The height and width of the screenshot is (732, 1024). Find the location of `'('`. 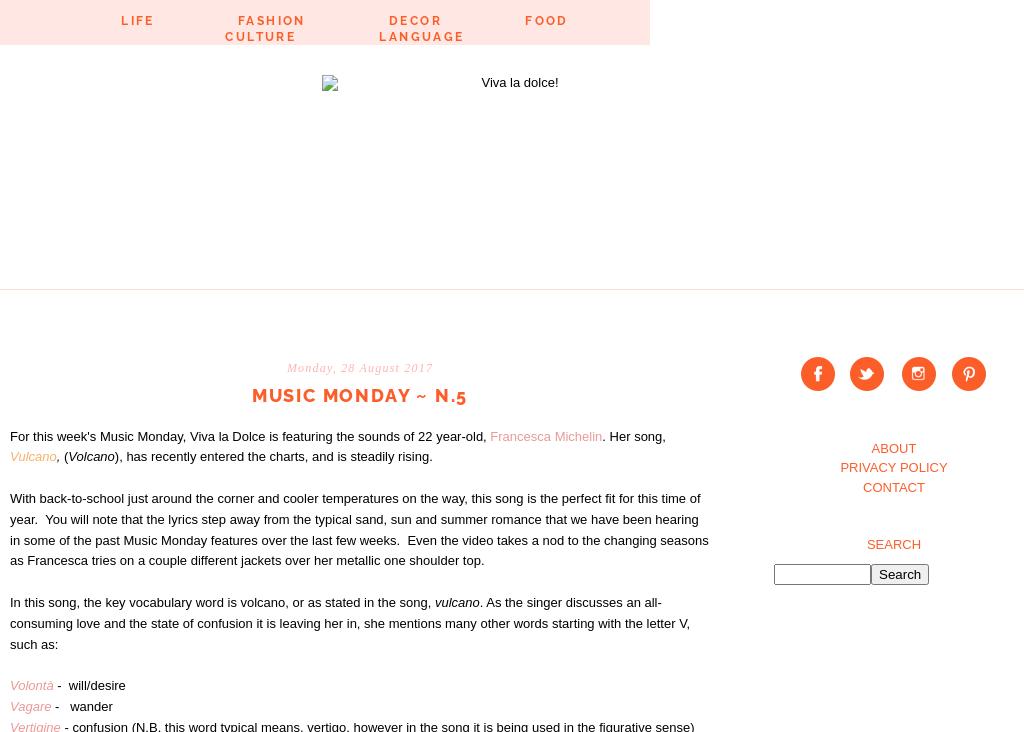

'(' is located at coordinates (63, 455).